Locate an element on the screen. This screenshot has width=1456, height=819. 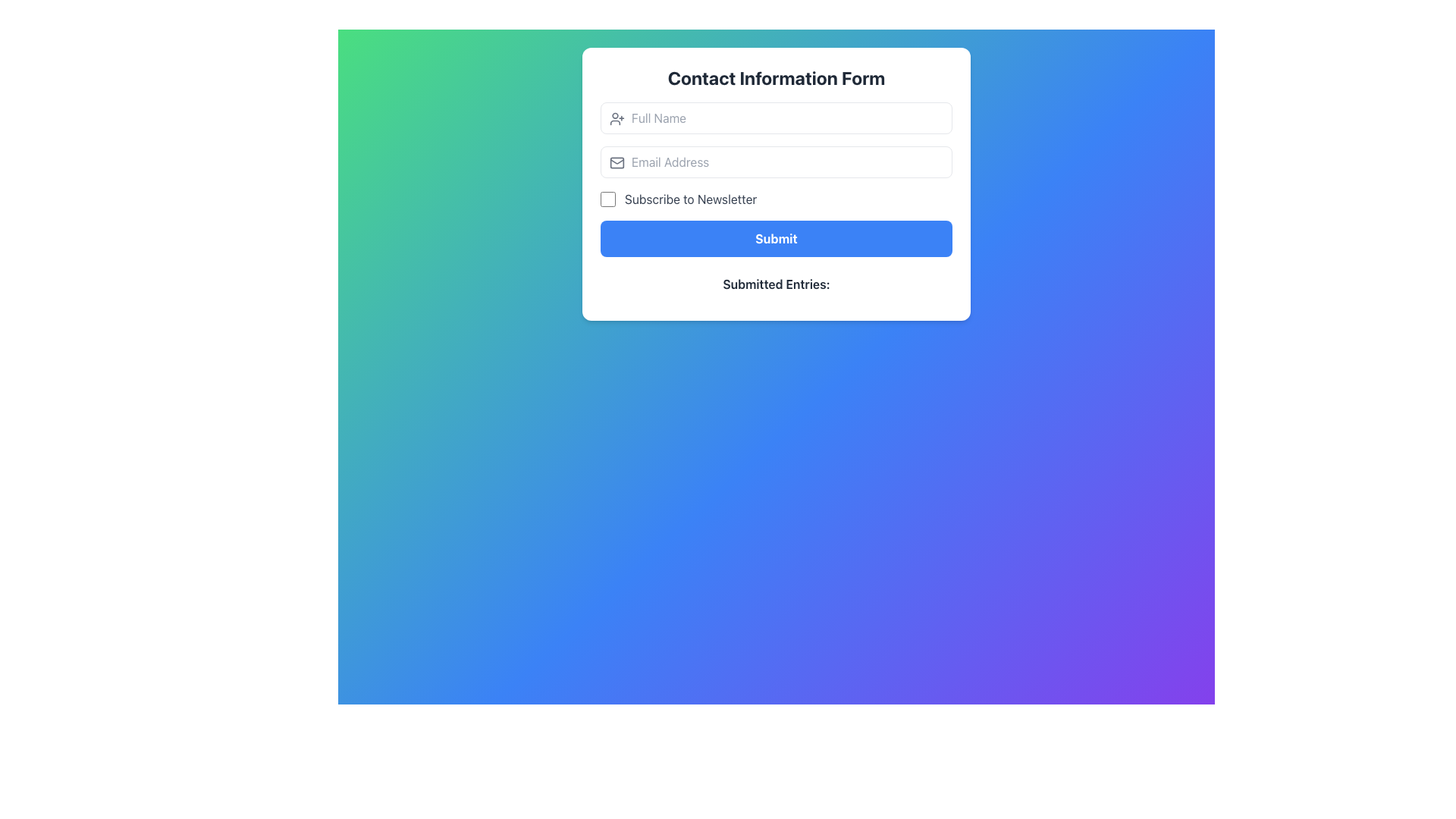
the submission button located at the bottom of the form to change its color is located at coordinates (776, 239).